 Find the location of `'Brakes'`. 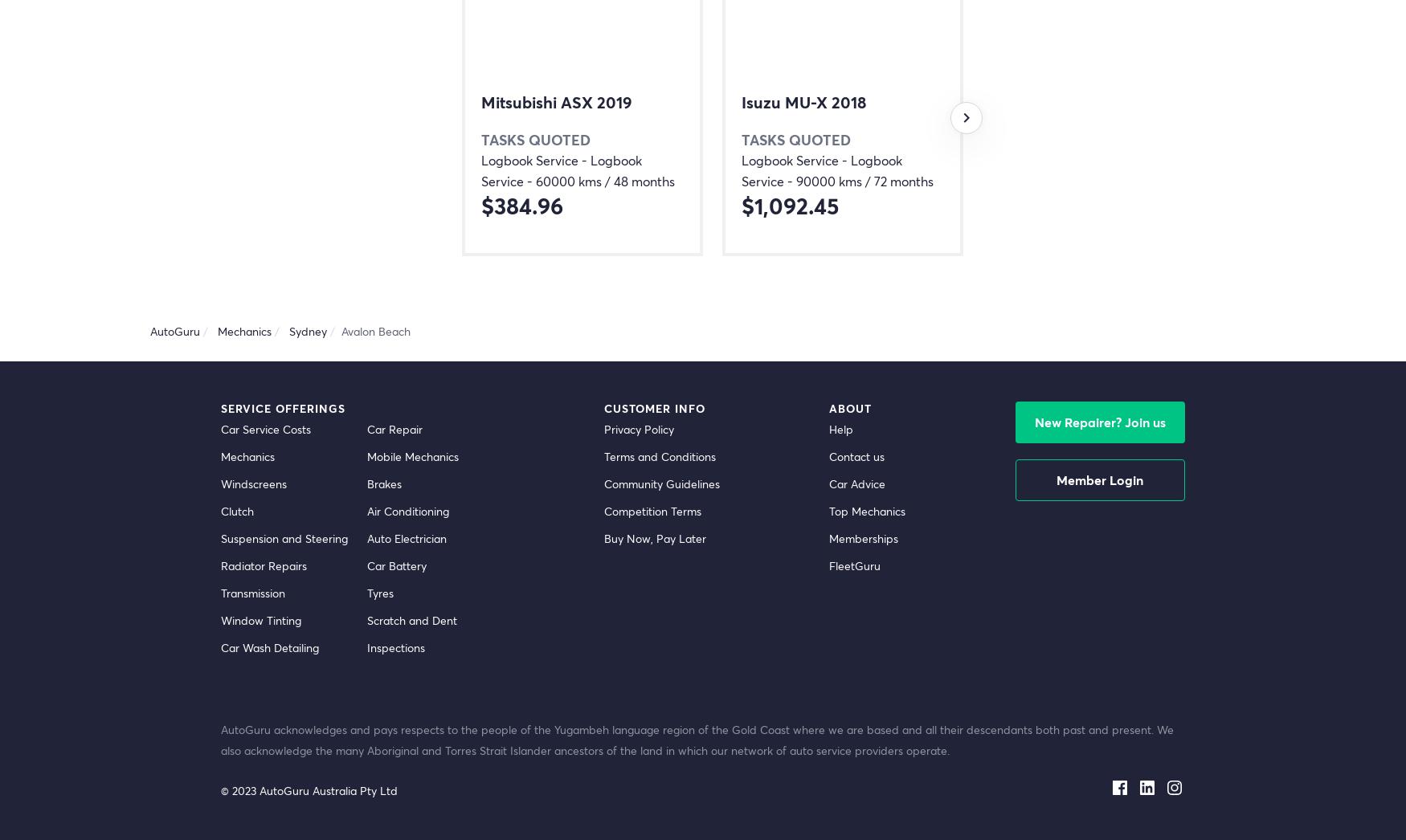

'Brakes' is located at coordinates (384, 483).